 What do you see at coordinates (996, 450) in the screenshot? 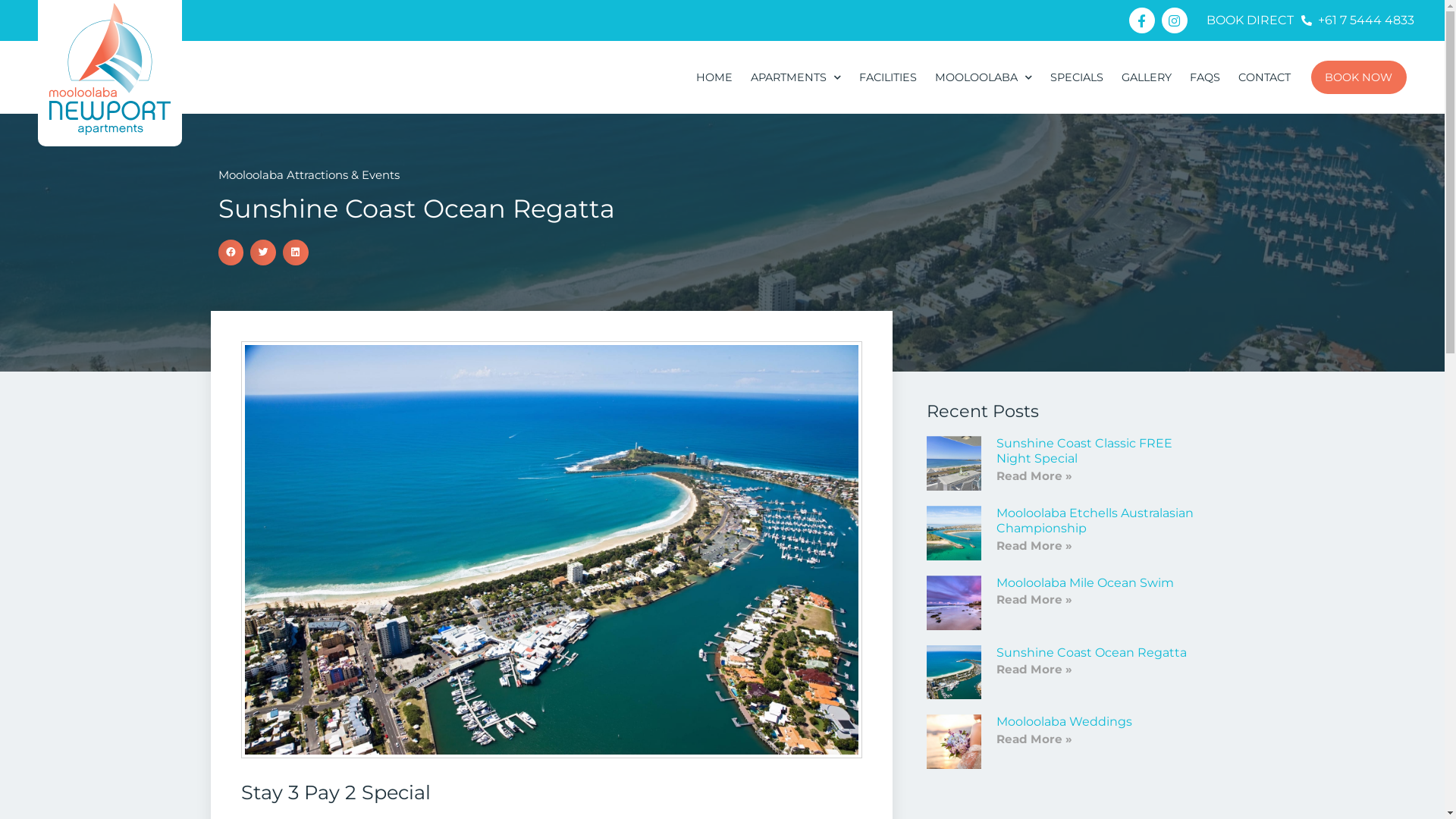
I see `'Sunshine Coast Classic FREE Night Special'` at bounding box center [996, 450].